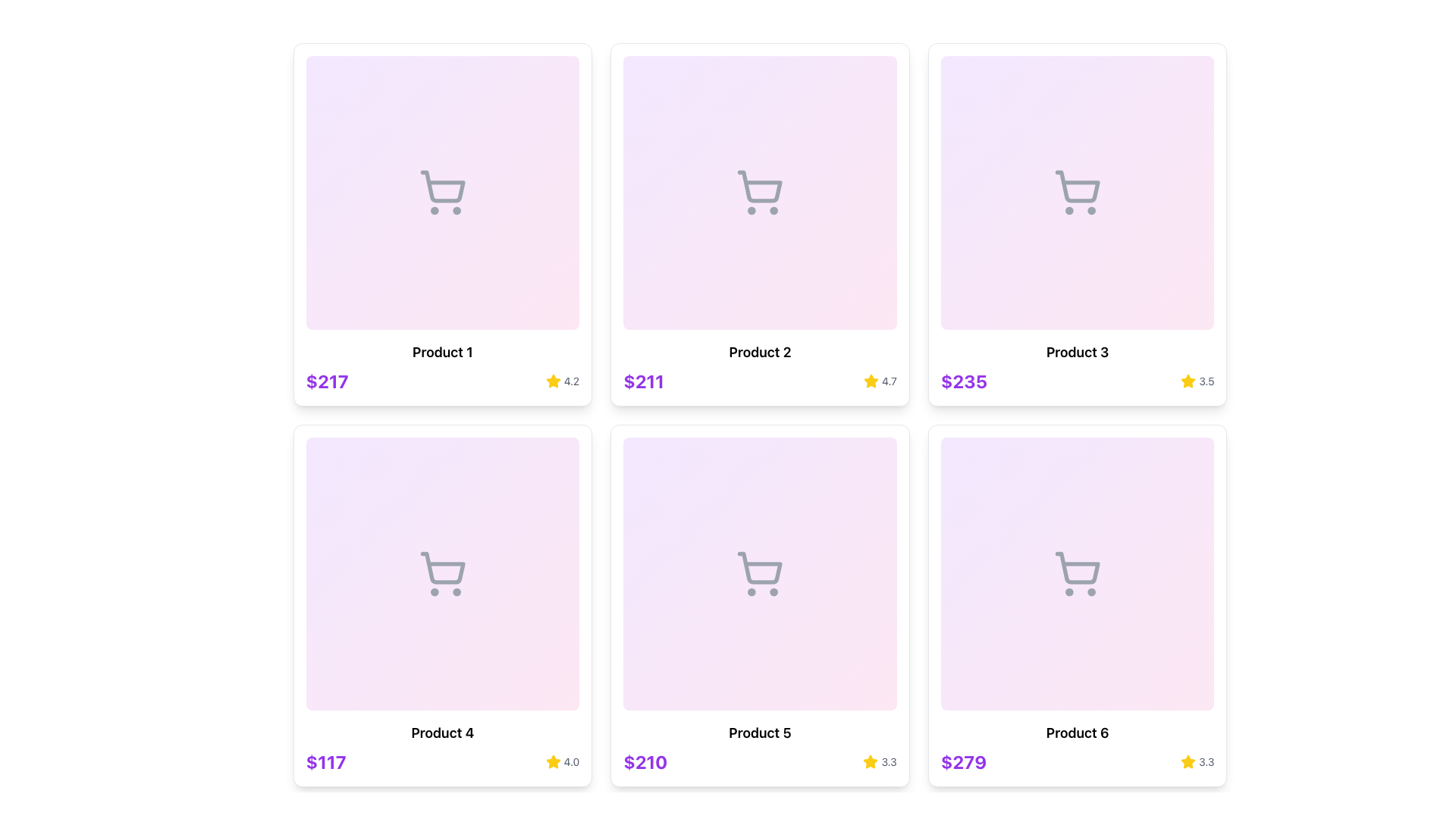 The image size is (1456, 819). I want to click on the icon representing Product 2, which is located in the middle of the top row of a grid layout and is centered above the product's name and price, so click(760, 192).